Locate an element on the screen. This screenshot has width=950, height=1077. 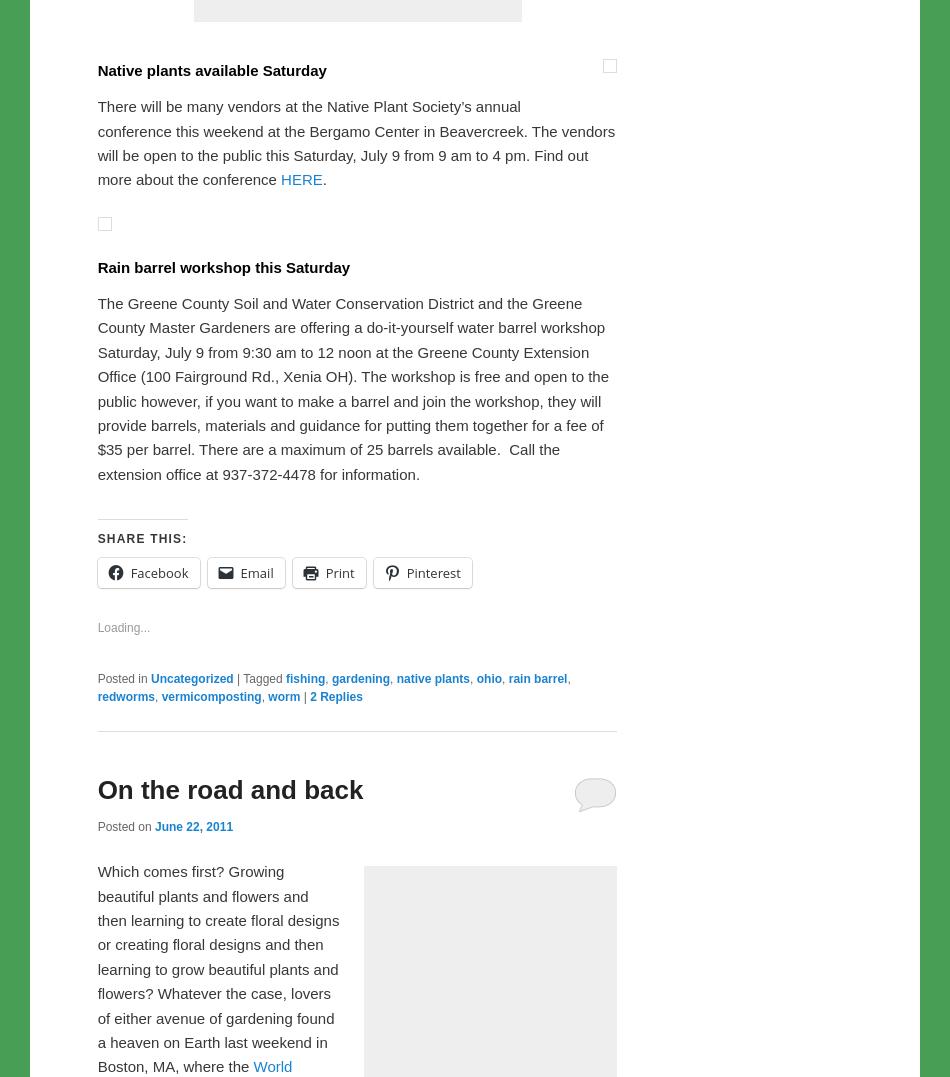
'Loading...' is located at coordinates (123, 1046).